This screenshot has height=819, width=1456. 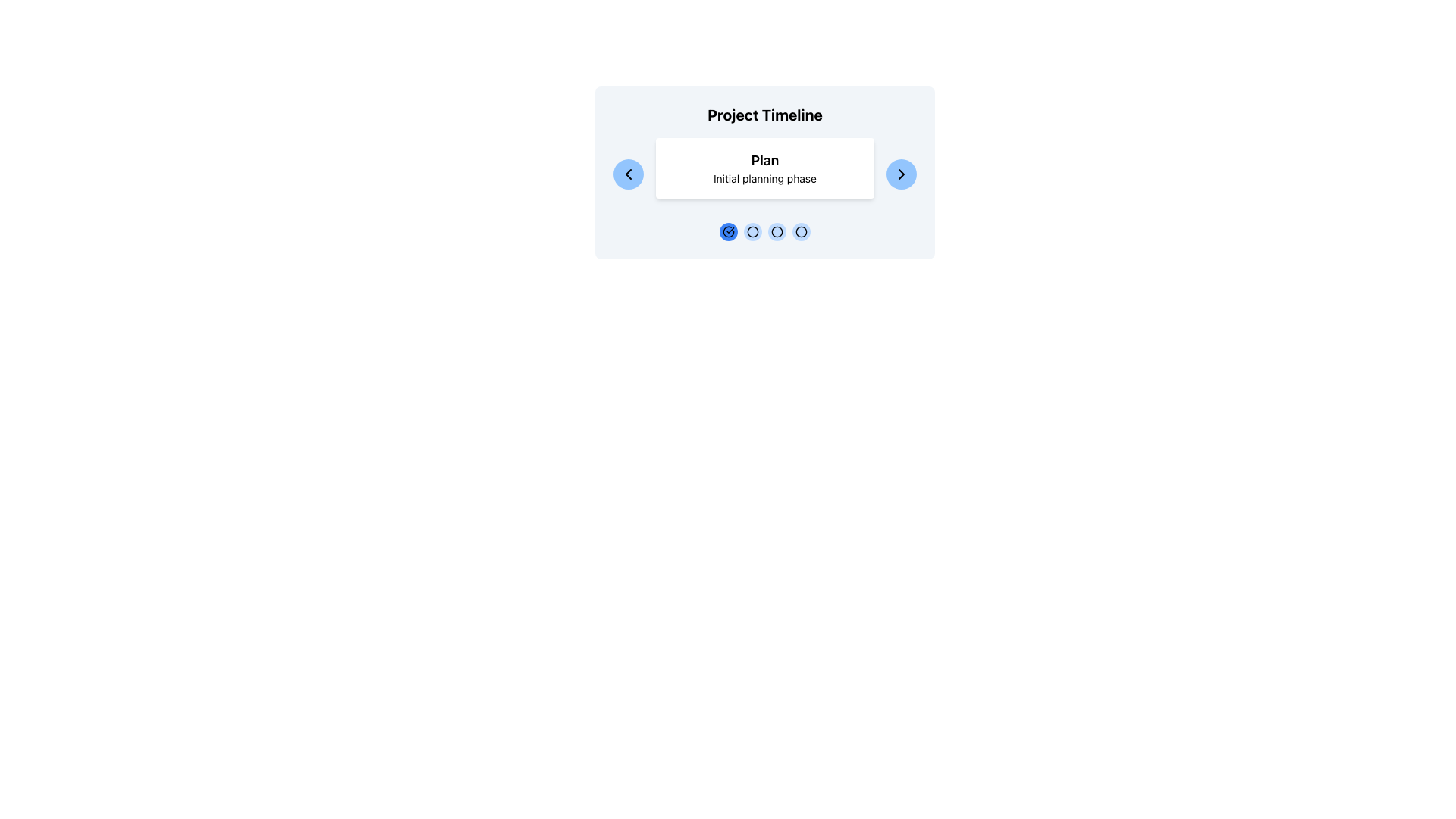 What do you see at coordinates (800, 231) in the screenshot?
I see `the circular blue button with a thin black border, located below the 'Plan' label in the 'Project Timeline' card` at bounding box center [800, 231].